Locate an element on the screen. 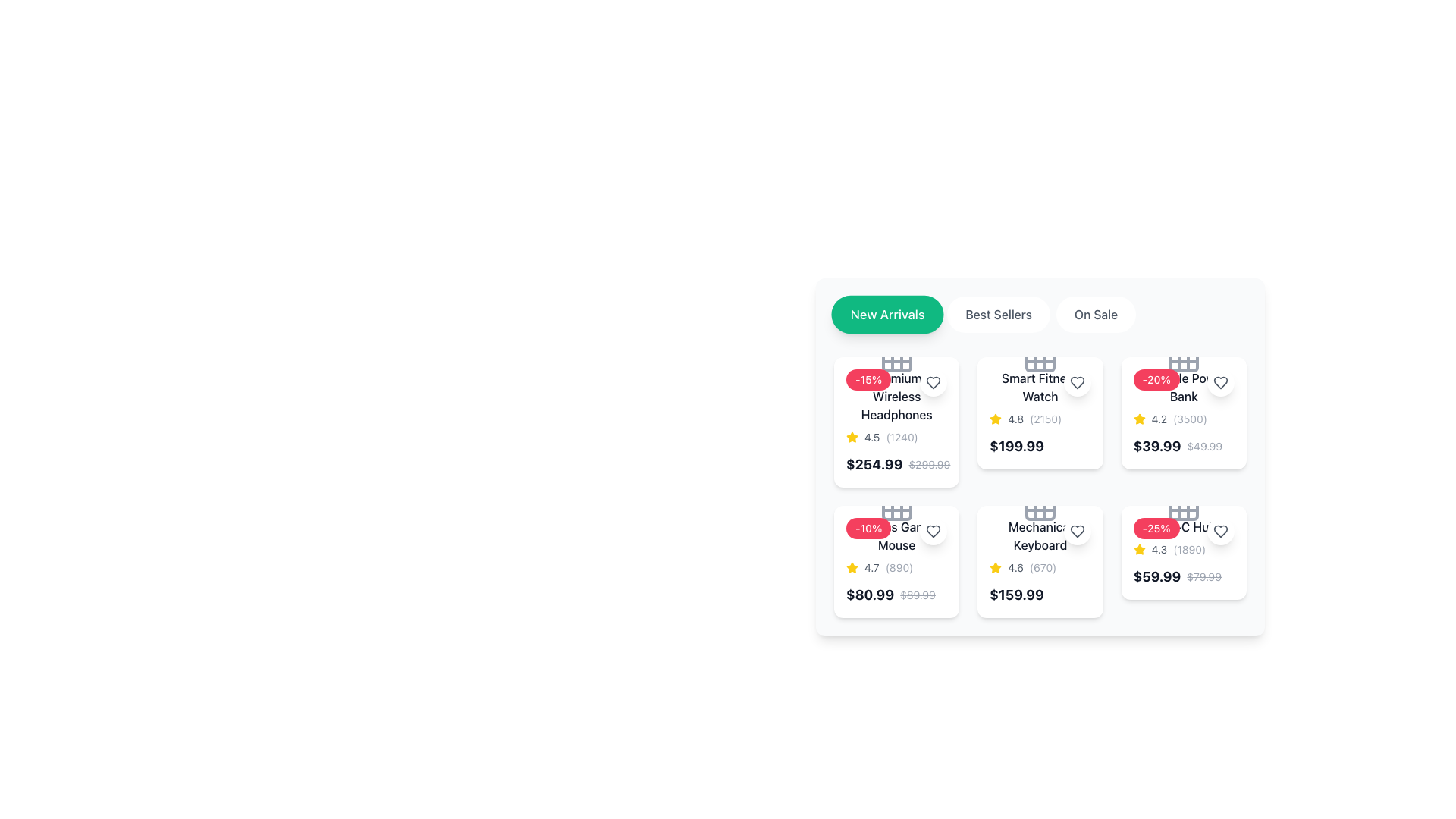 Image resolution: width=1456 pixels, height=819 pixels. the favorite action button, which is the second heart icon in the second row of the grid related to the 'Gaming Mouse' product card is located at coordinates (932, 531).